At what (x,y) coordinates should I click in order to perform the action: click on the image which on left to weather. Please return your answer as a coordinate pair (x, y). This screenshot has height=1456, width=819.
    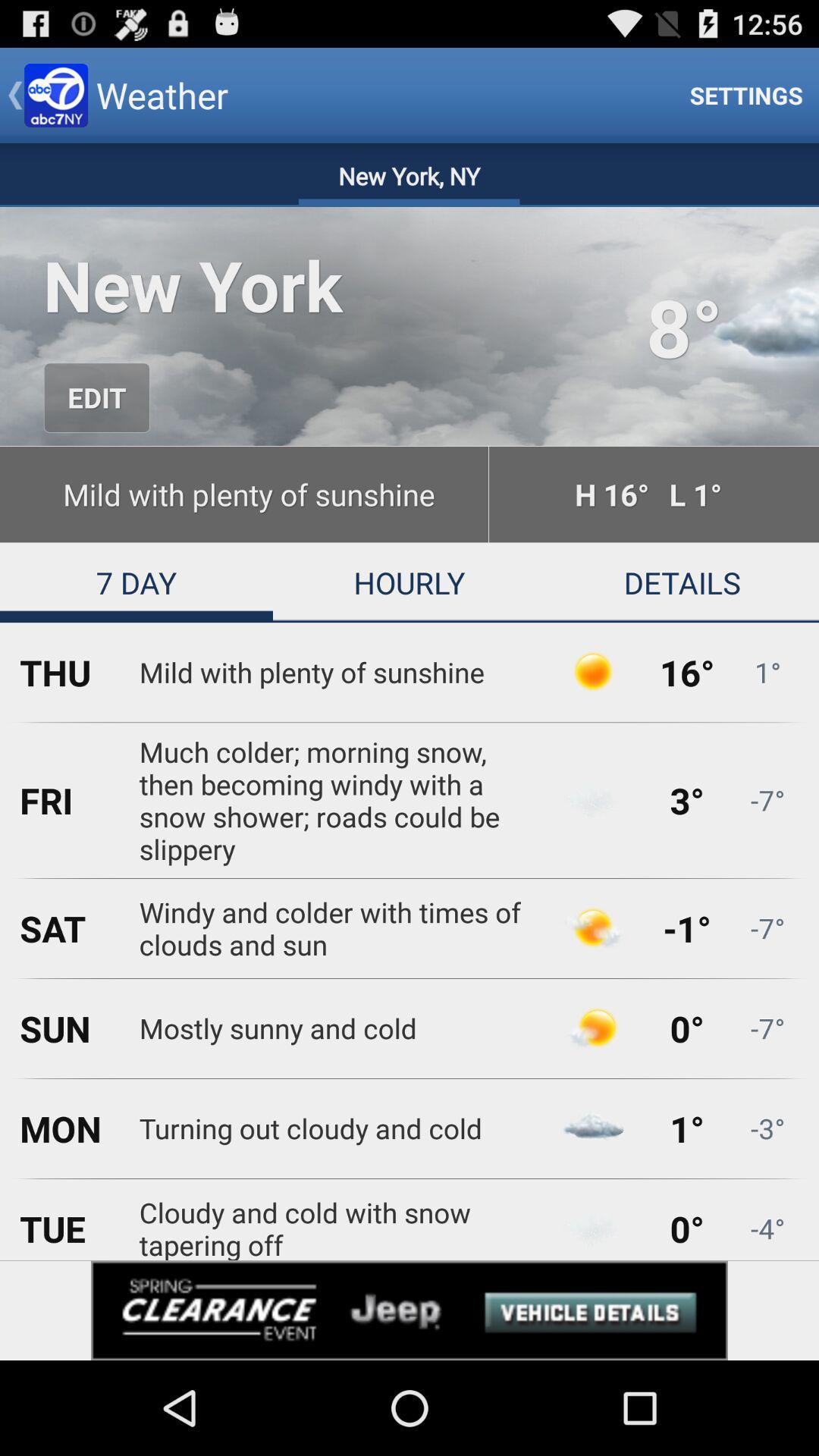
    Looking at the image, I should click on (55, 94).